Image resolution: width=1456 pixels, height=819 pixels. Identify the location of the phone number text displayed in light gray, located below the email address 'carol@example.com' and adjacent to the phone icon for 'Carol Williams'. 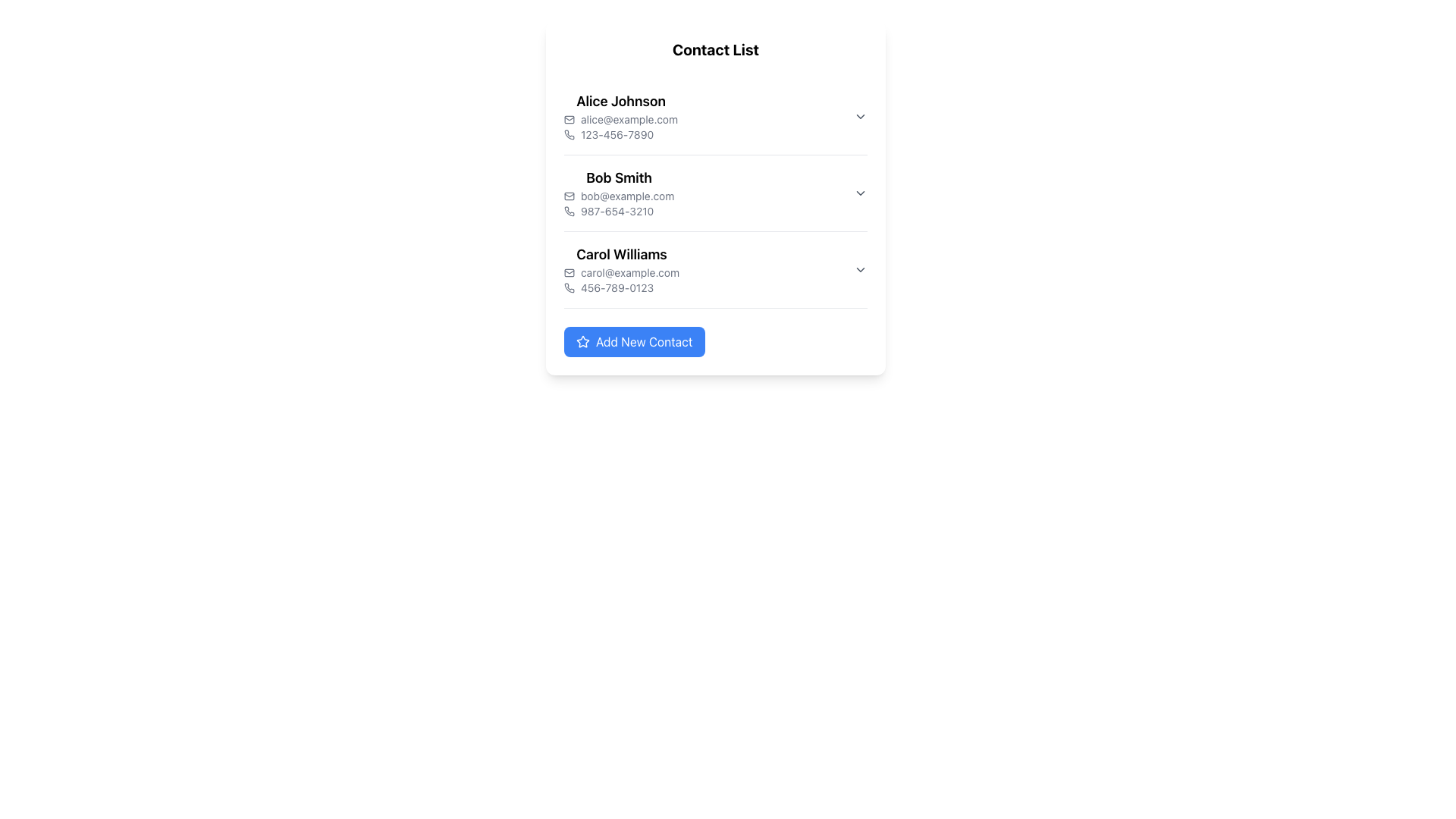
(622, 288).